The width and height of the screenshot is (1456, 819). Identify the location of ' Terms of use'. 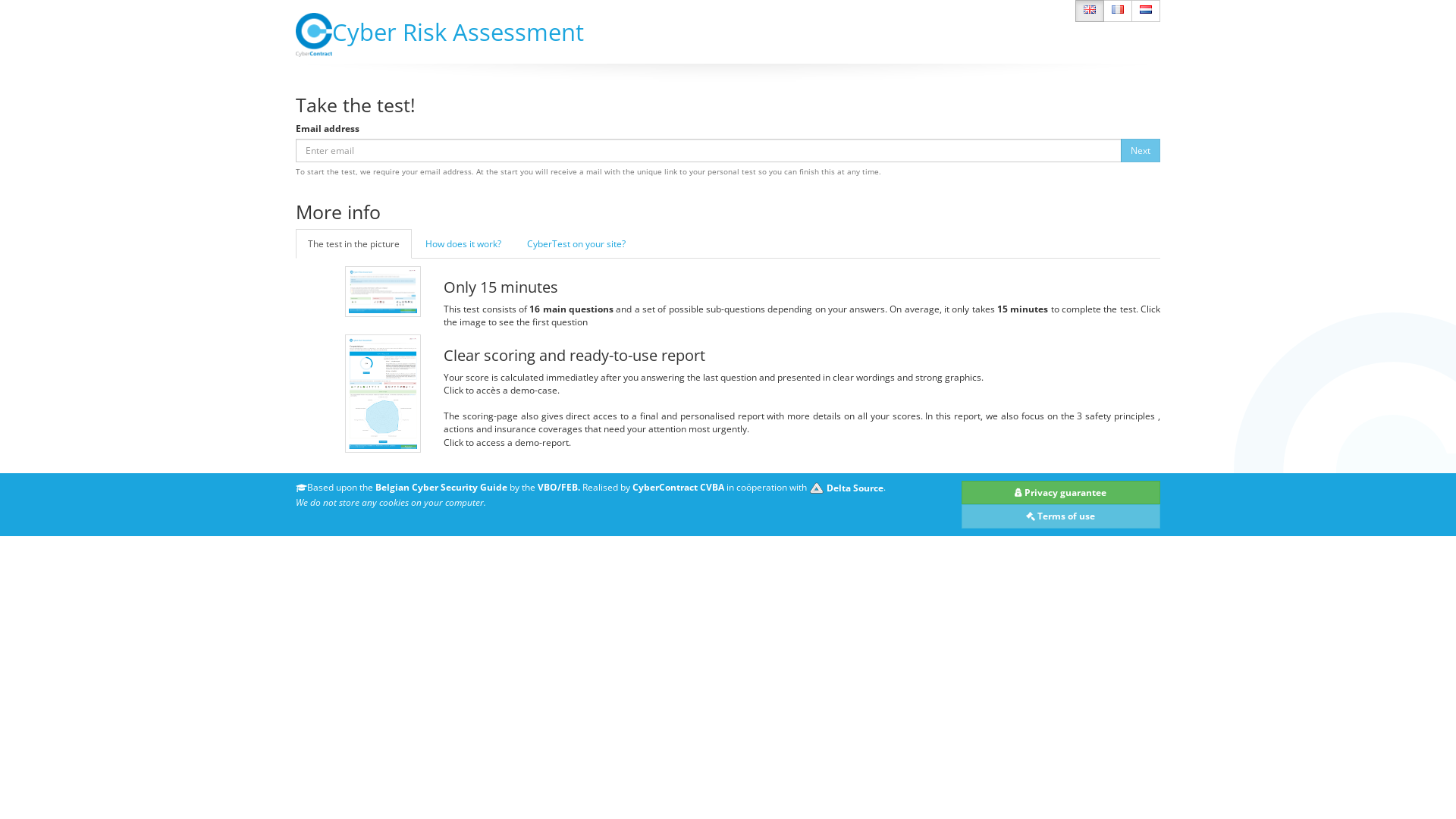
(1060, 515).